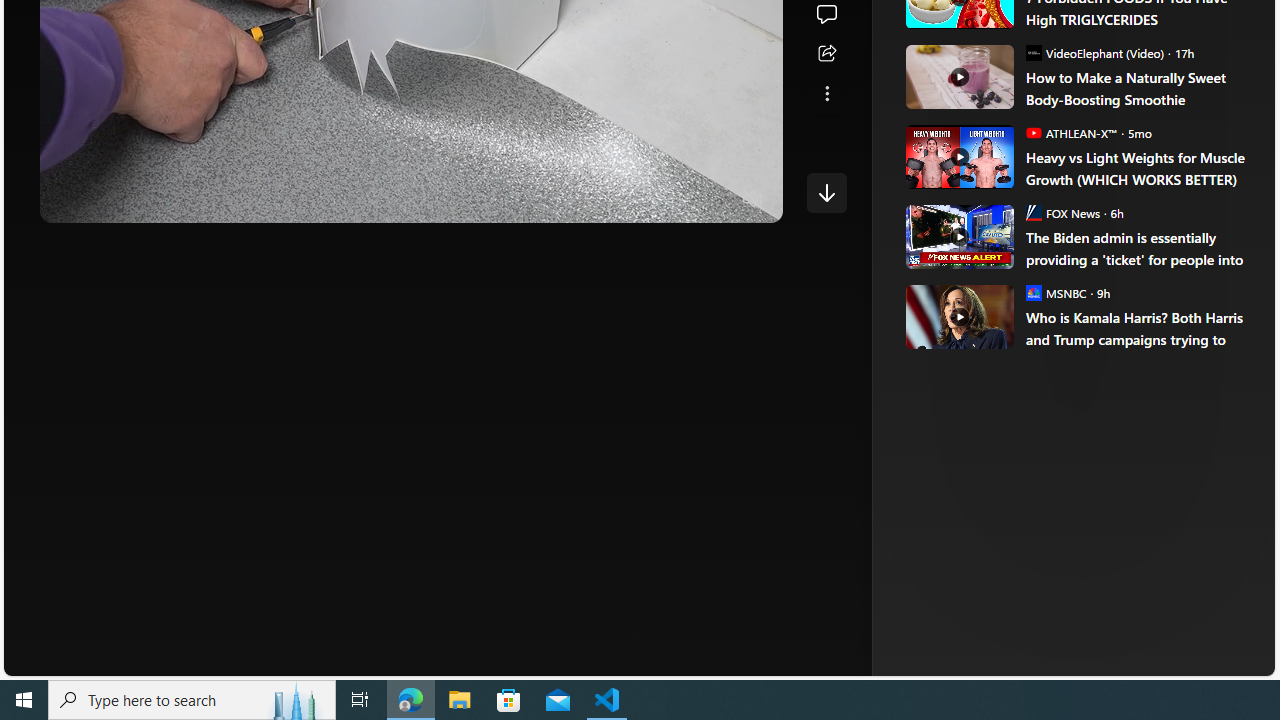 The image size is (1280, 720). Describe the element at coordinates (1136, 87) in the screenshot. I see `'How to Make a Naturally Sweet Body-Boosting Smoothie'` at that location.